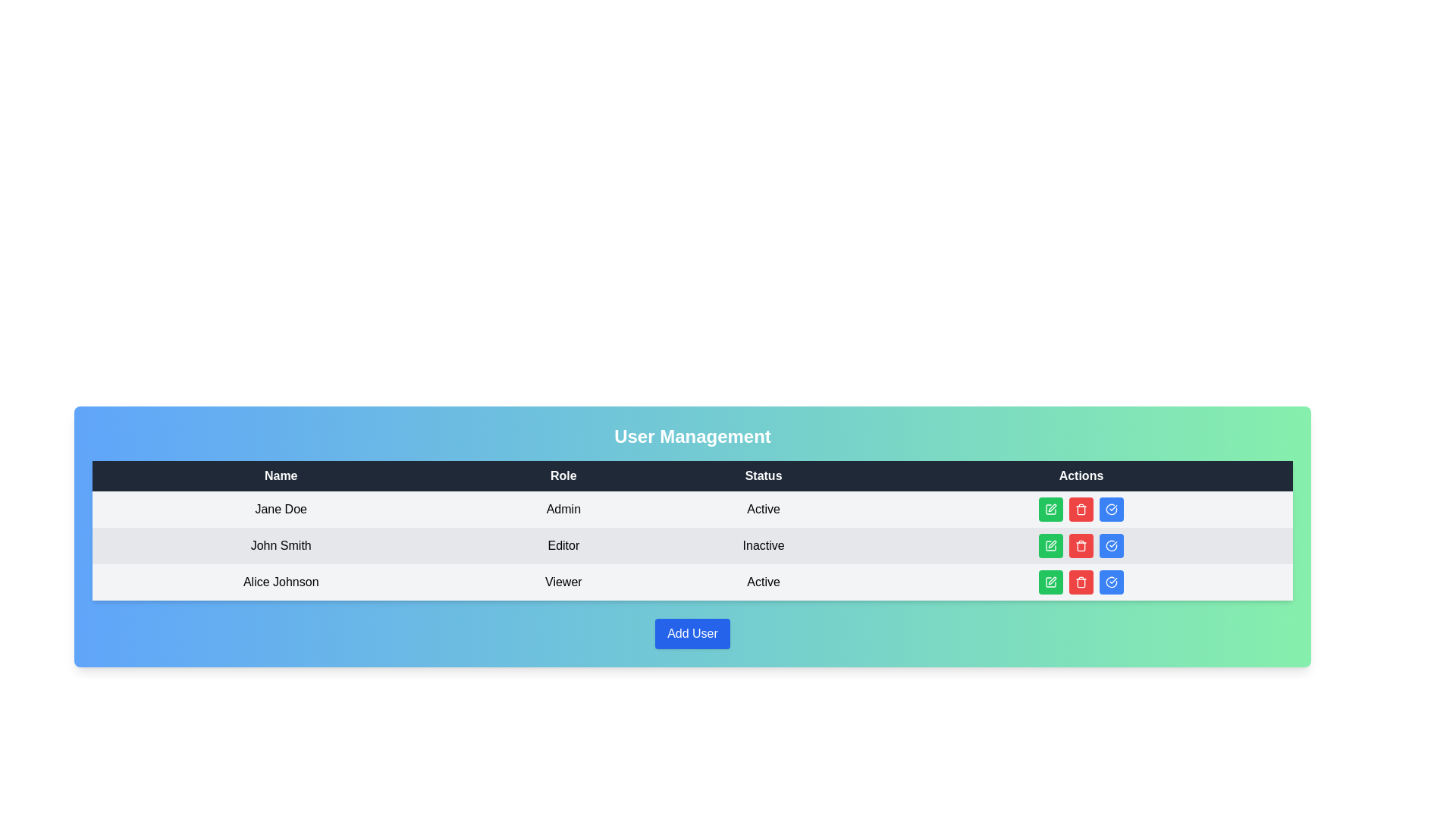 The image size is (1456, 819). Describe the element at coordinates (1080, 581) in the screenshot. I see `the red rectangular button with a trash bin icon located among the action buttons on the right-hand side of the interface, which is the second button in the sequence` at that location.